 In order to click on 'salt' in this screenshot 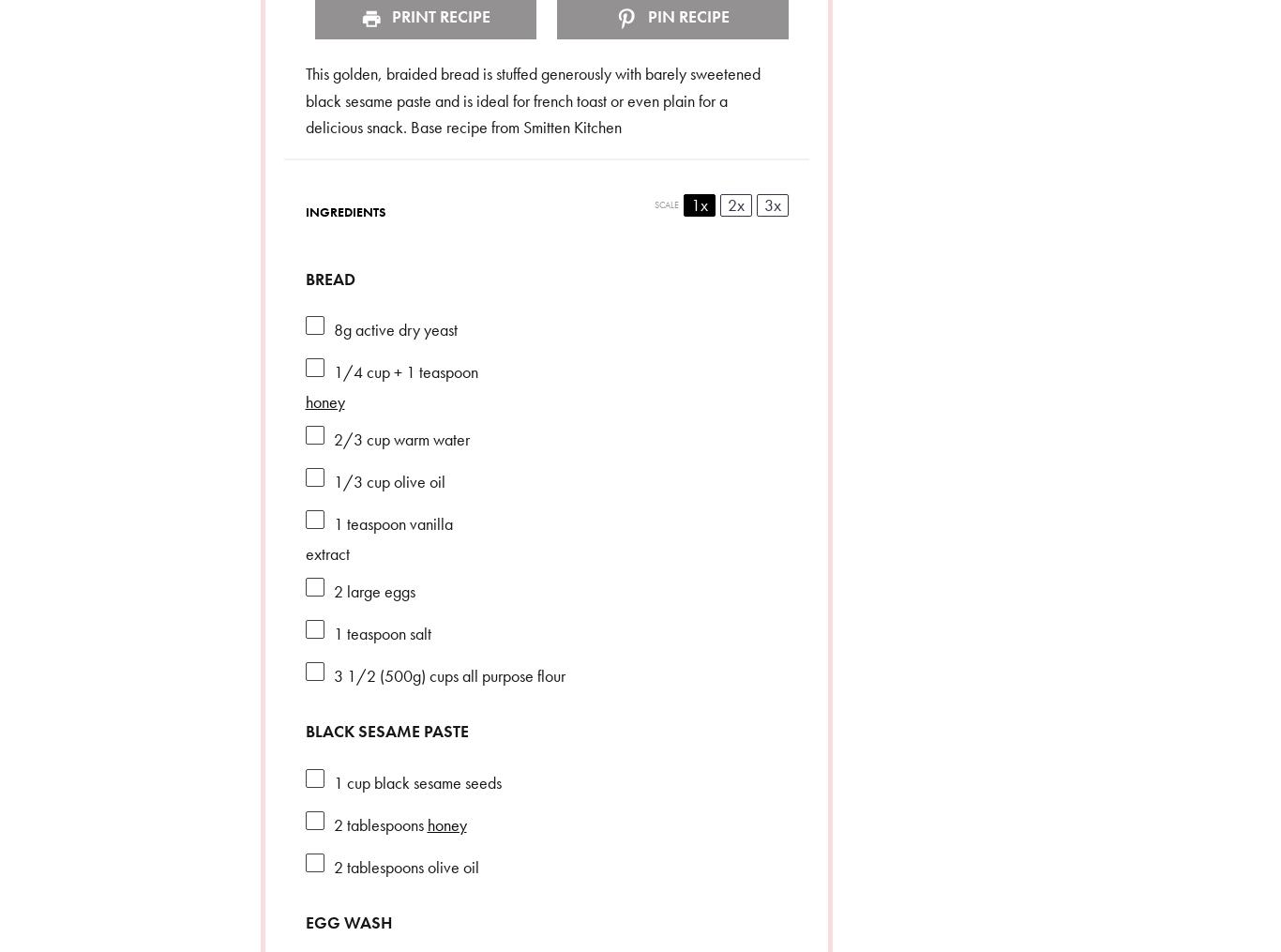, I will do `click(404, 632)`.